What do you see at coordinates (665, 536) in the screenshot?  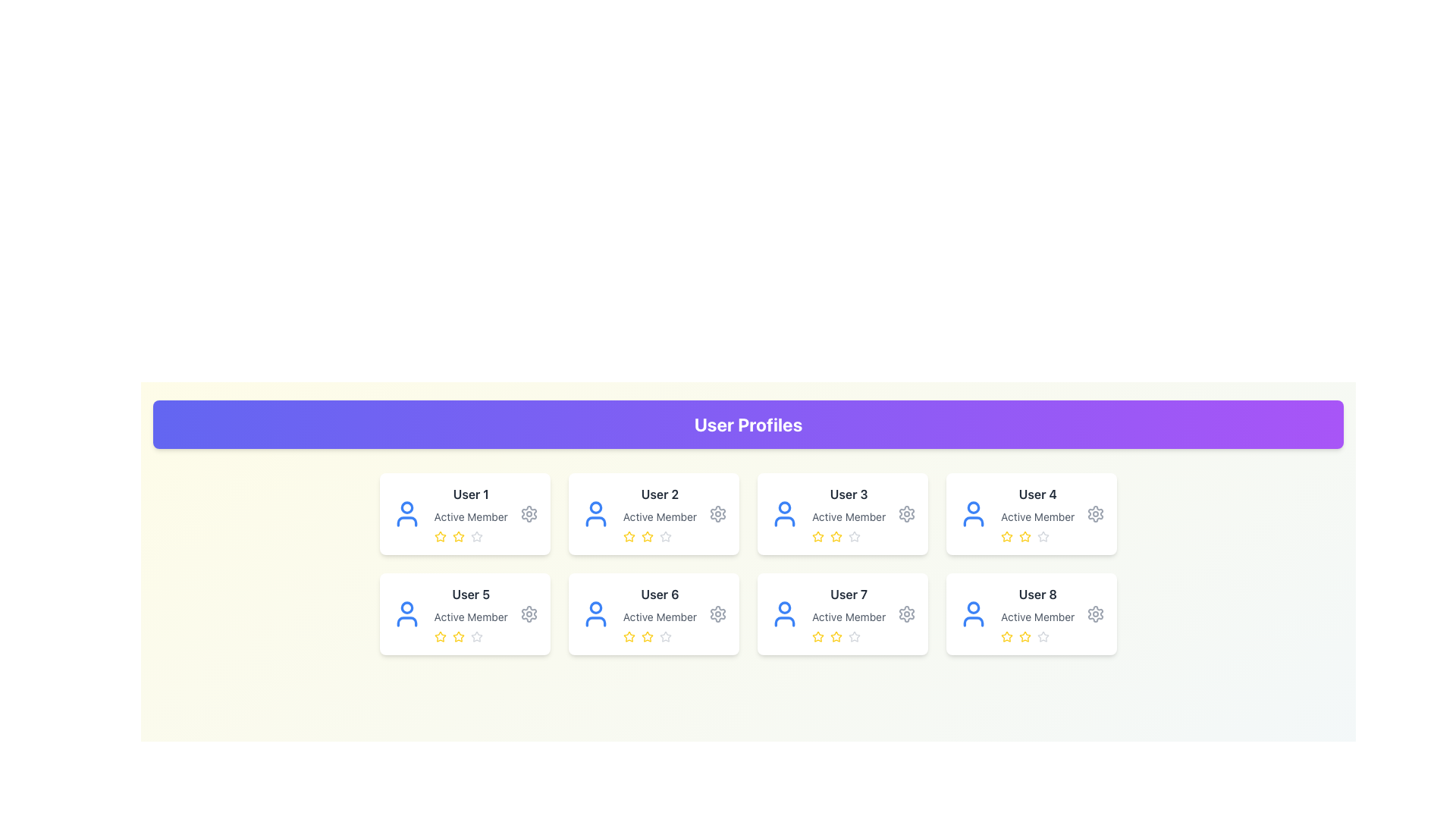 I see `the state of the fifth star icon in the horizontal rating component under 'User 2' in the 'User Profiles' section` at bounding box center [665, 536].